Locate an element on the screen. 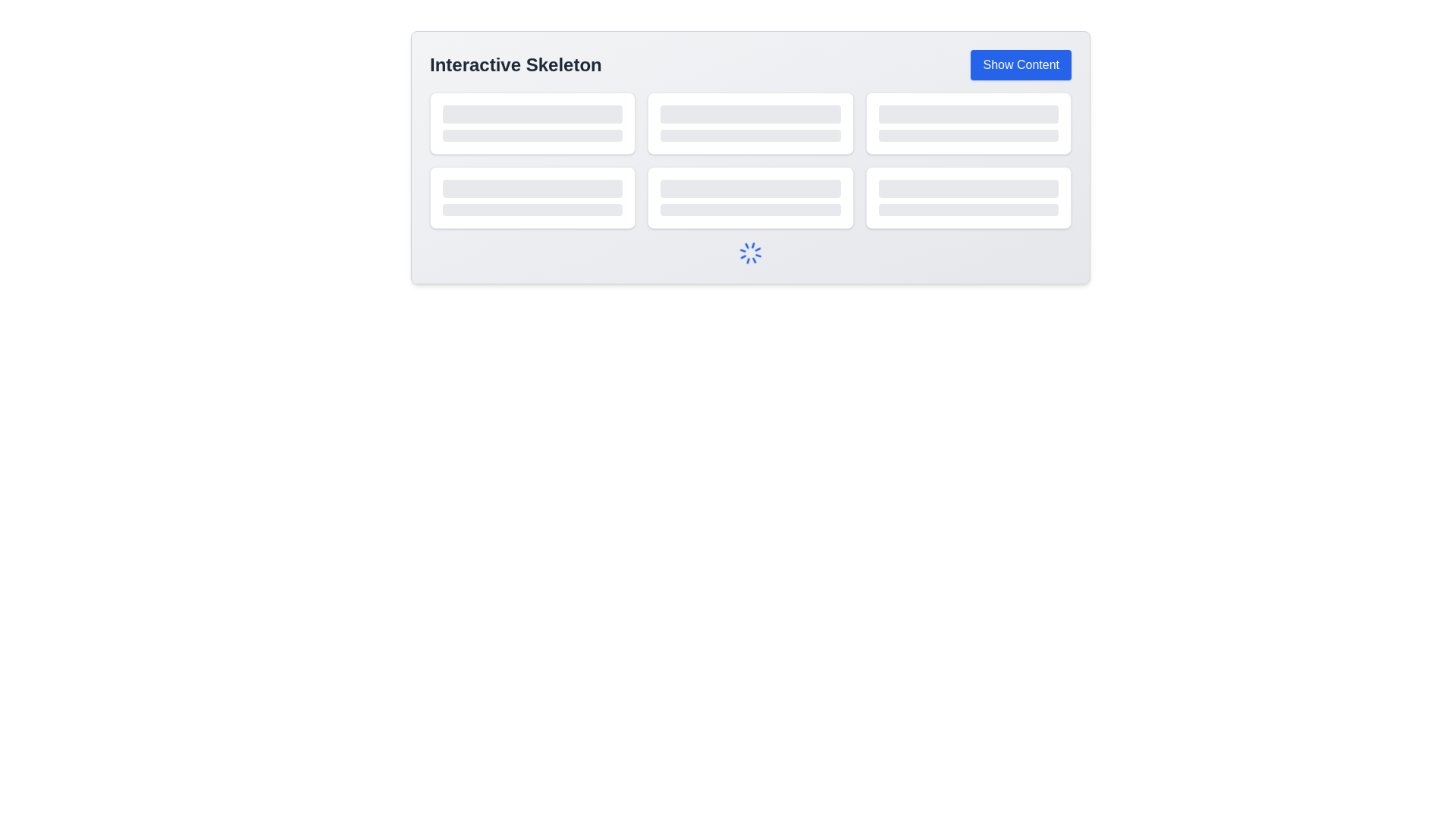 The width and height of the screenshot is (1456, 819). the 'Show Content' button by tabbing for keyboard navigation support is located at coordinates (1021, 64).